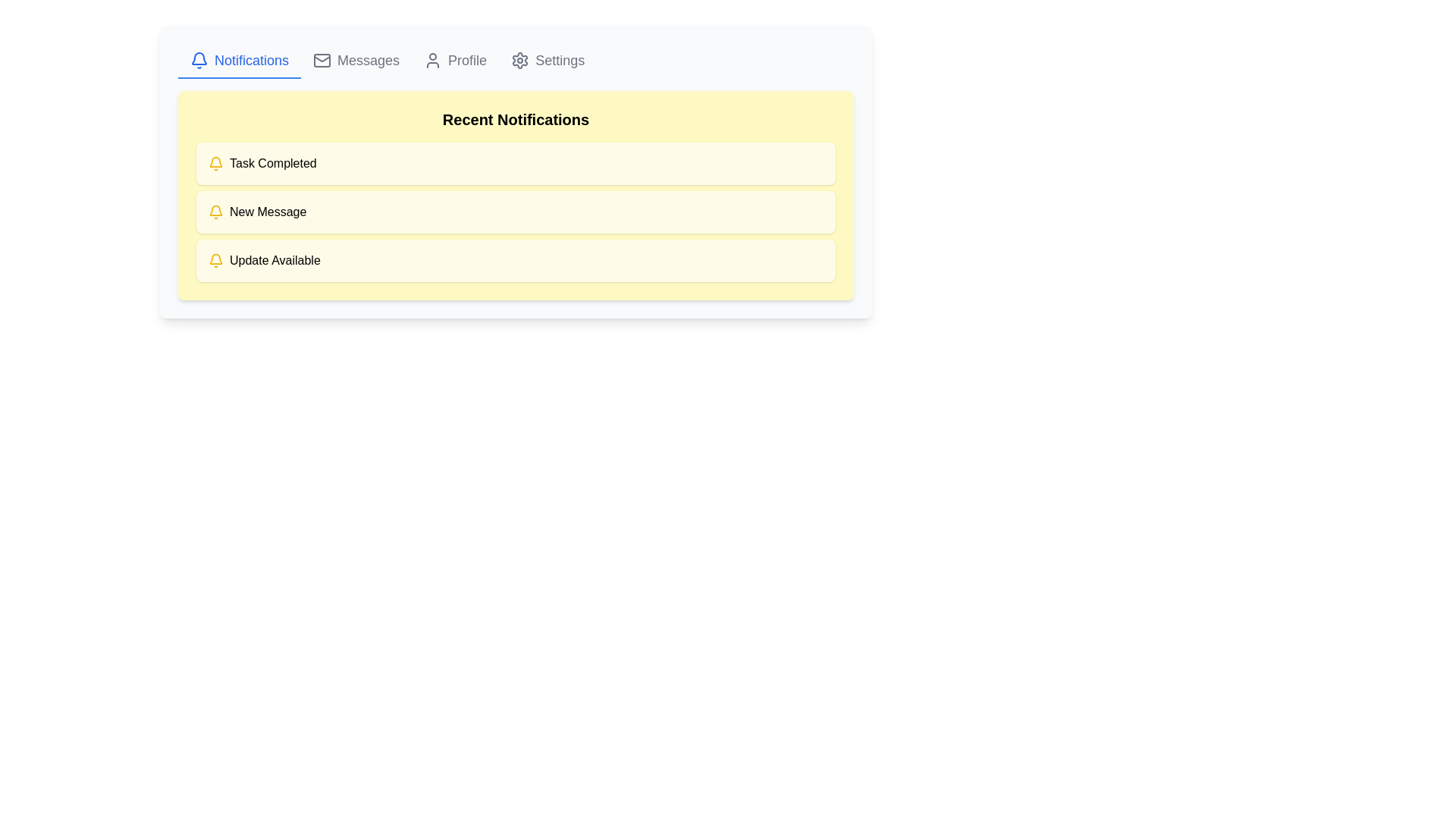 This screenshot has height=819, width=1456. I want to click on the bell icon that symbolizes a notification, which is yellow and located on the left side of the 'Task Completed' text in the notification list, so click(215, 164).